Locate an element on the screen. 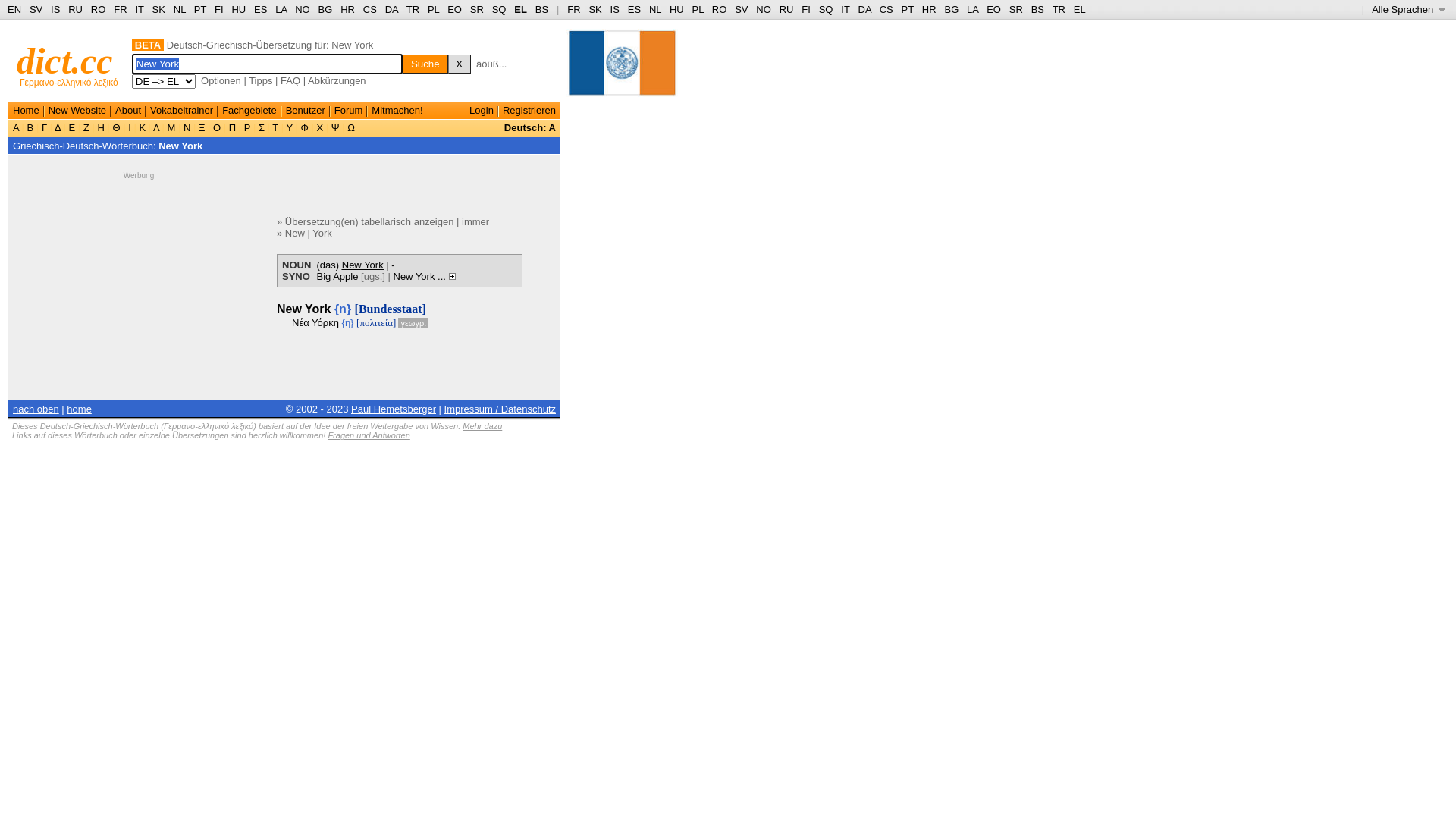 This screenshot has width=1456, height=819. 'new york city flag' is located at coordinates (622, 69).